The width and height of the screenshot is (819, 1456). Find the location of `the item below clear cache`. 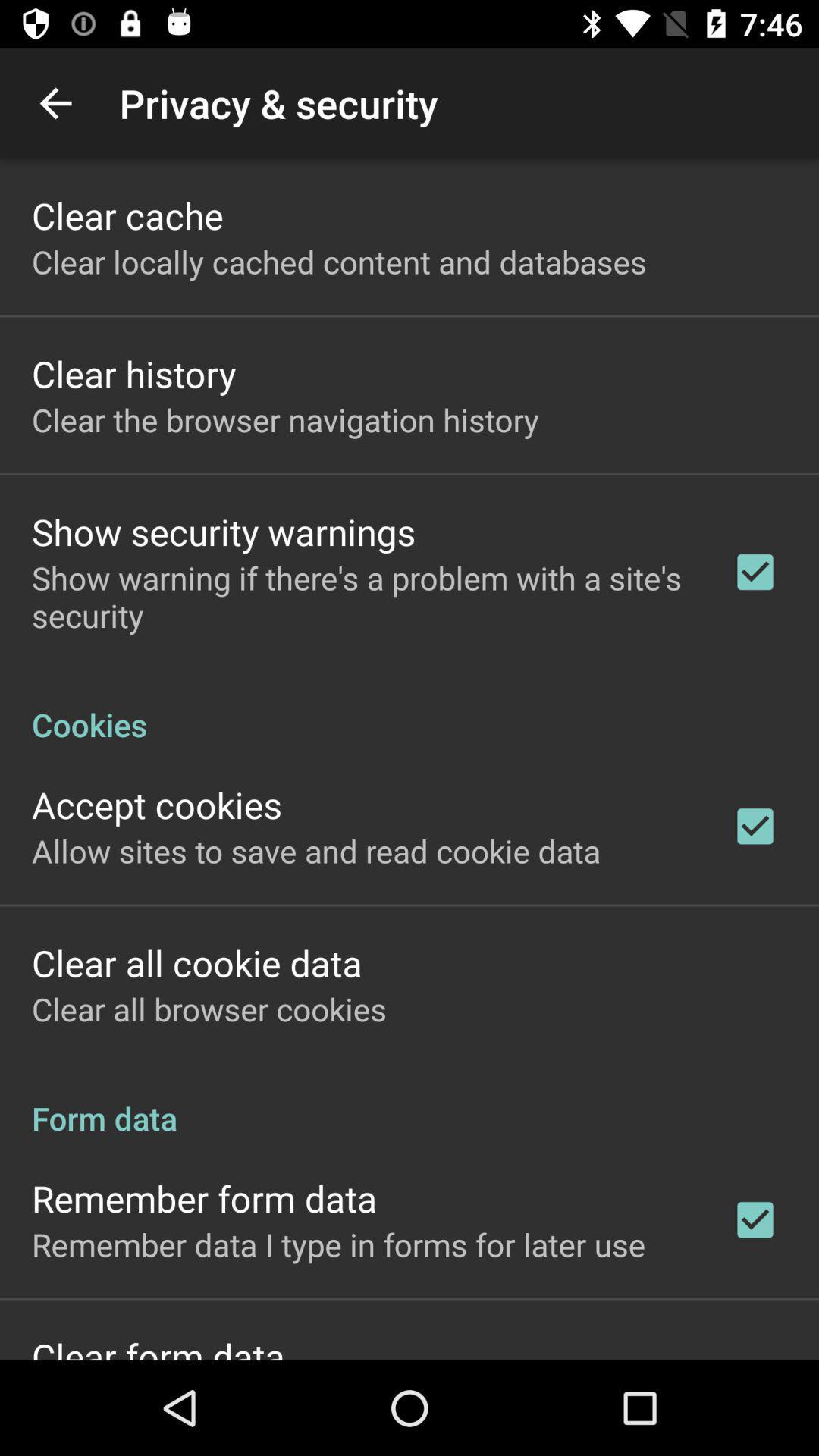

the item below clear cache is located at coordinates (338, 262).